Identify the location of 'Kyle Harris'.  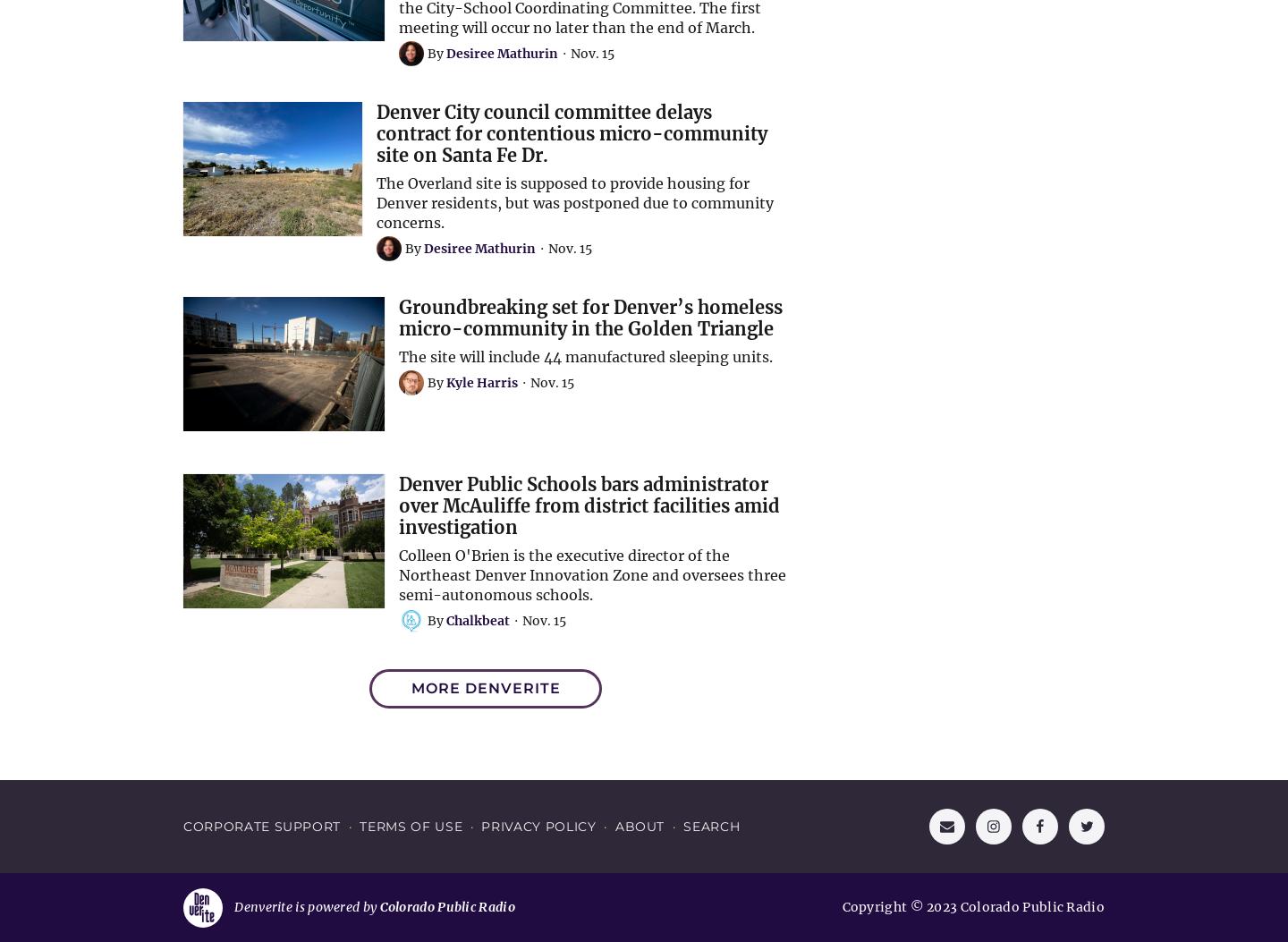
(480, 383).